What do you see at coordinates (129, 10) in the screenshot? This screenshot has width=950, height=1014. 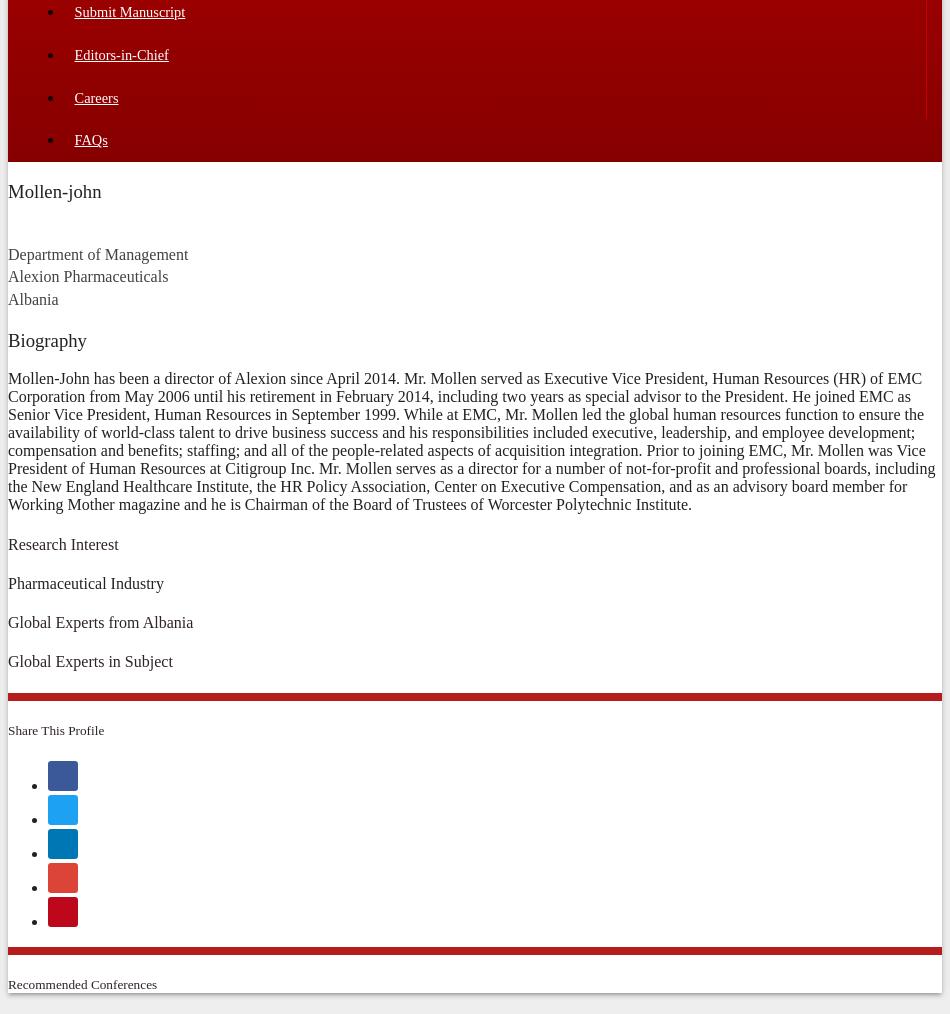 I see `'Submit Manuscript'` at bounding box center [129, 10].